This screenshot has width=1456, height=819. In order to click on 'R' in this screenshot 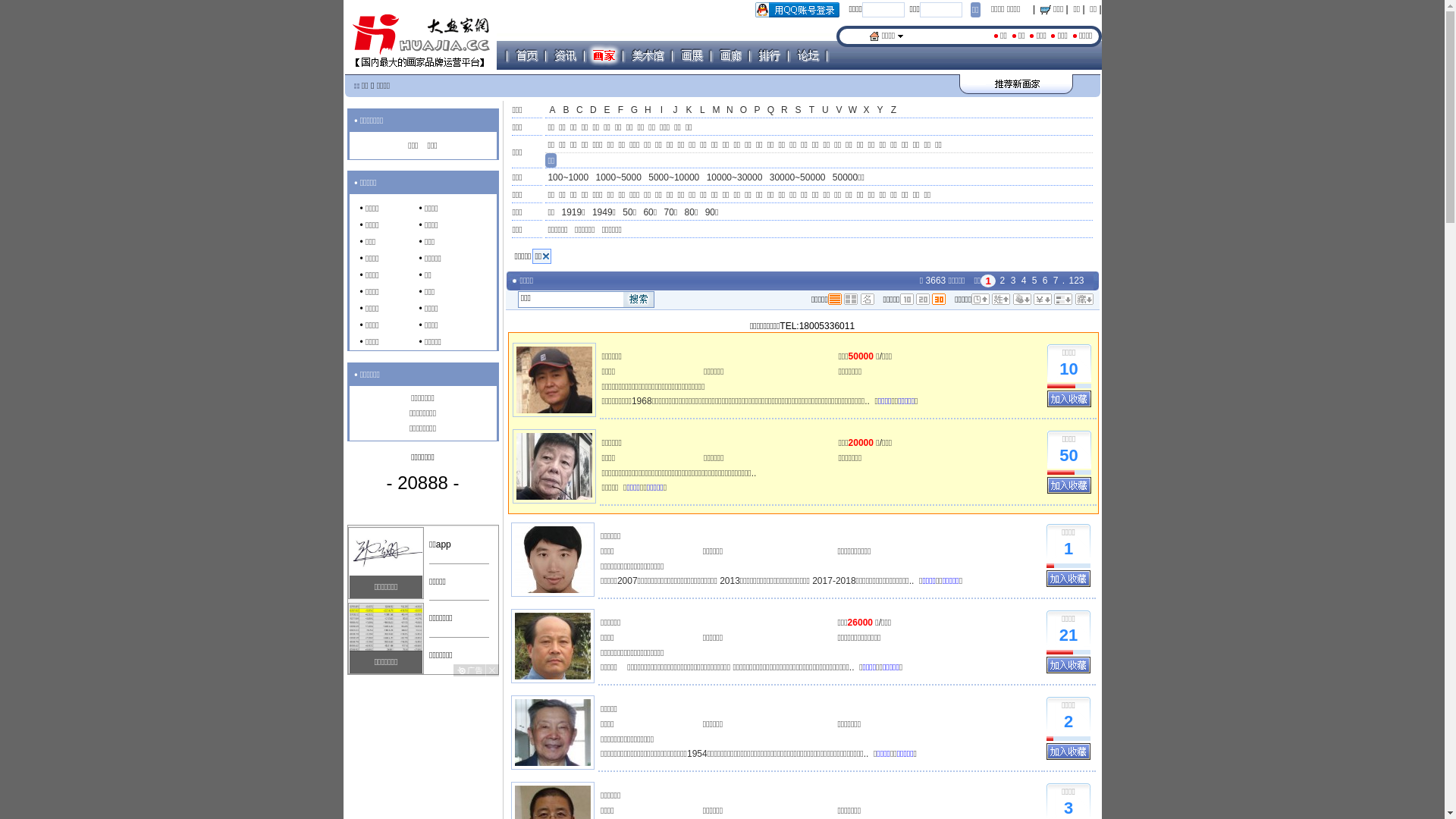, I will do `click(783, 110)`.